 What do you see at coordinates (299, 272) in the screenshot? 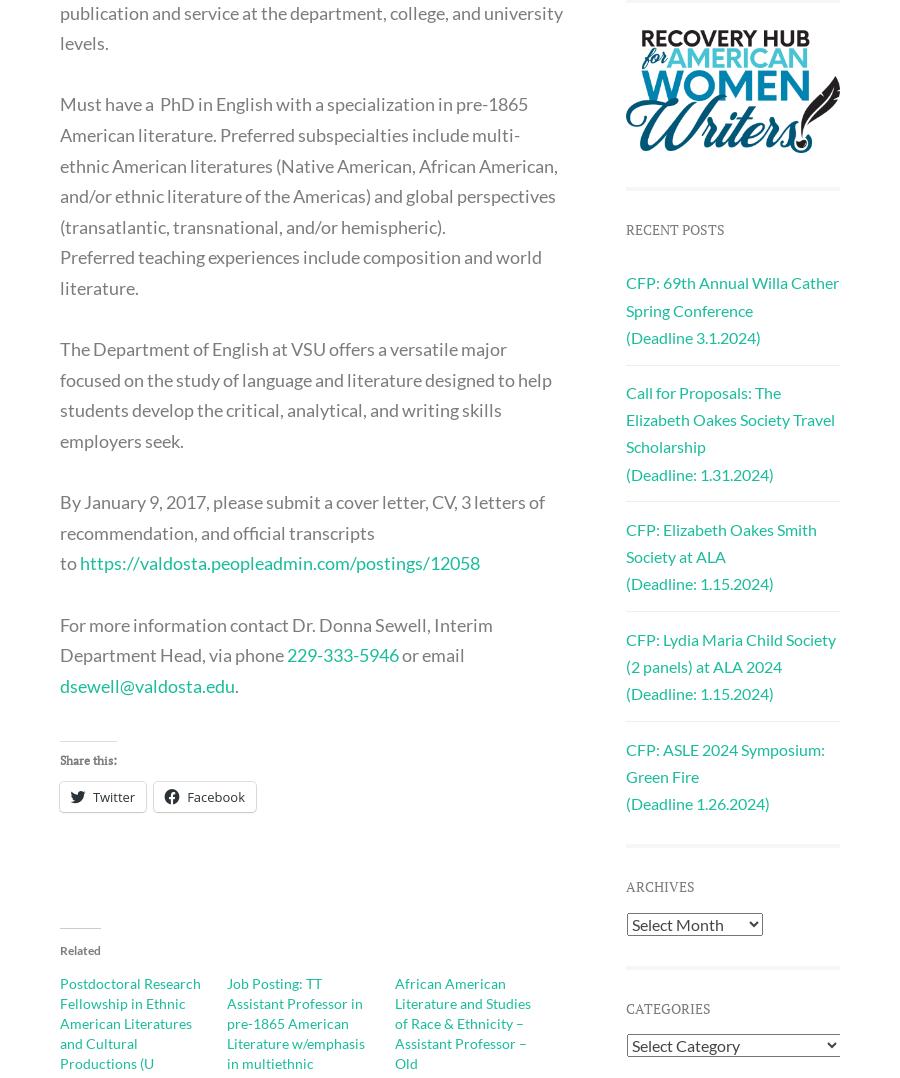
I see `'Preferred teaching experiences include composition and world literature.'` at bounding box center [299, 272].